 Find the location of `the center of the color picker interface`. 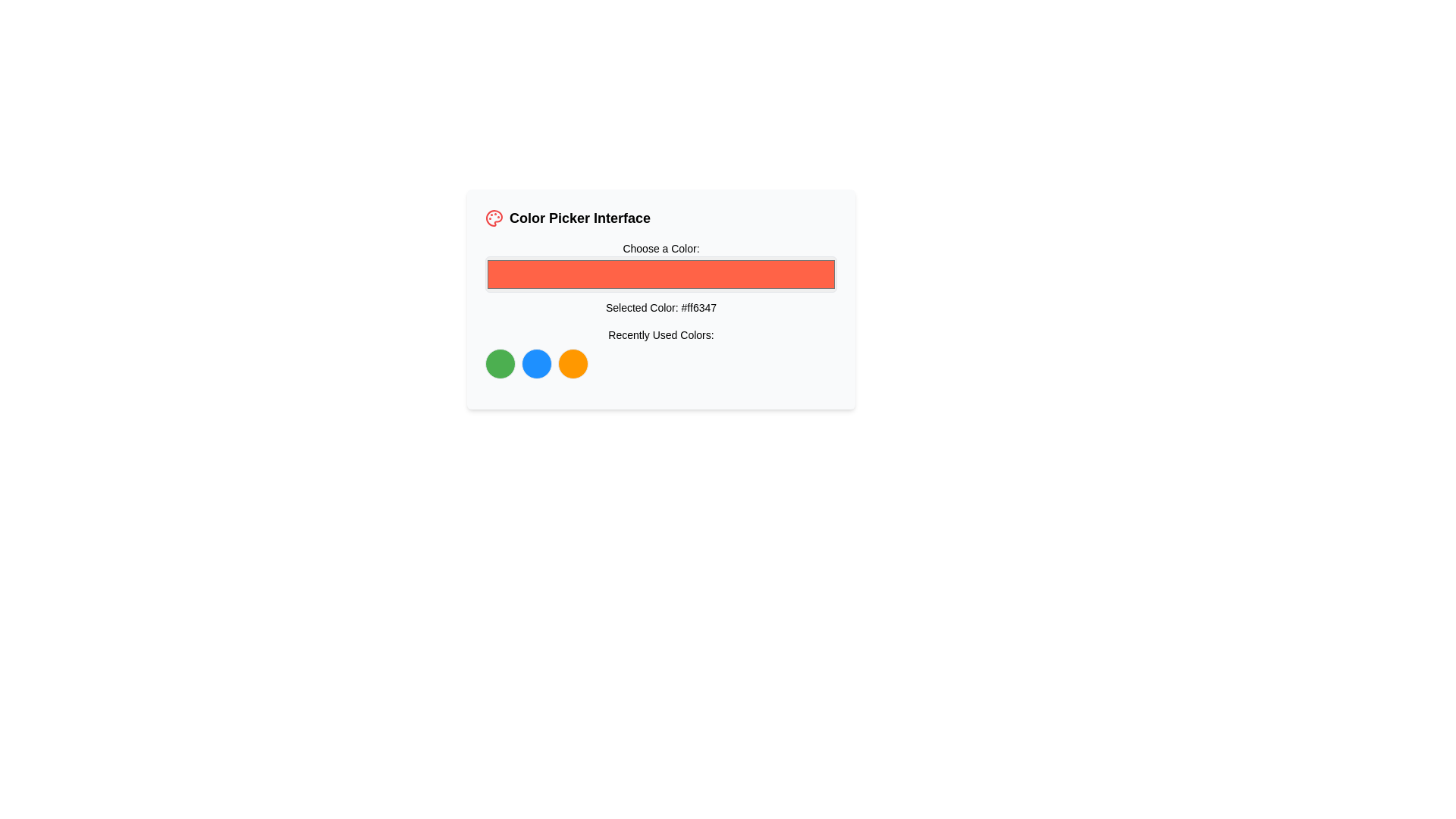

the center of the color picker interface is located at coordinates (661, 299).